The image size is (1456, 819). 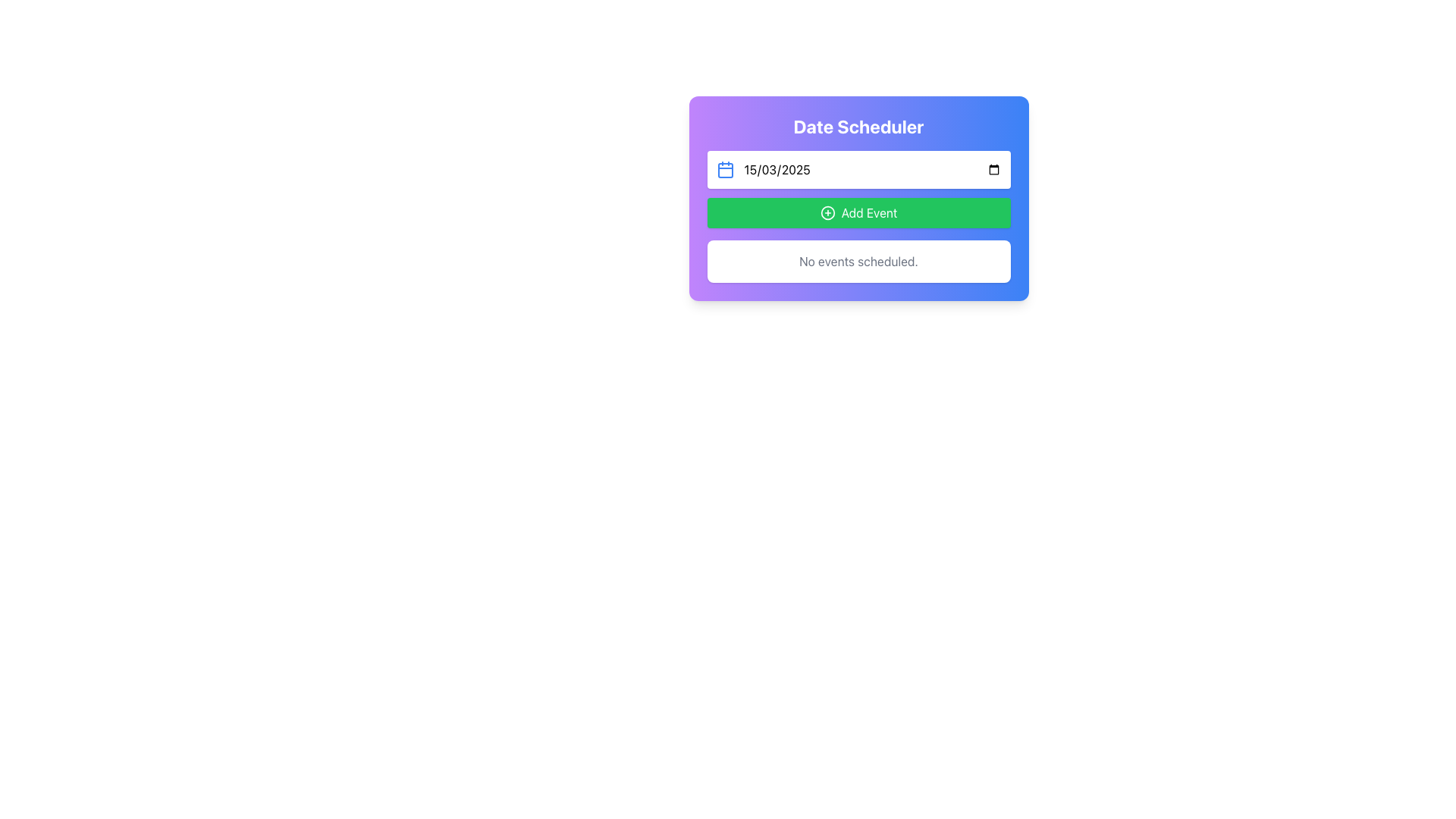 What do you see at coordinates (827, 213) in the screenshot?
I see `the 'Add Event' icon located to the left of the 'Add Event' text label` at bounding box center [827, 213].